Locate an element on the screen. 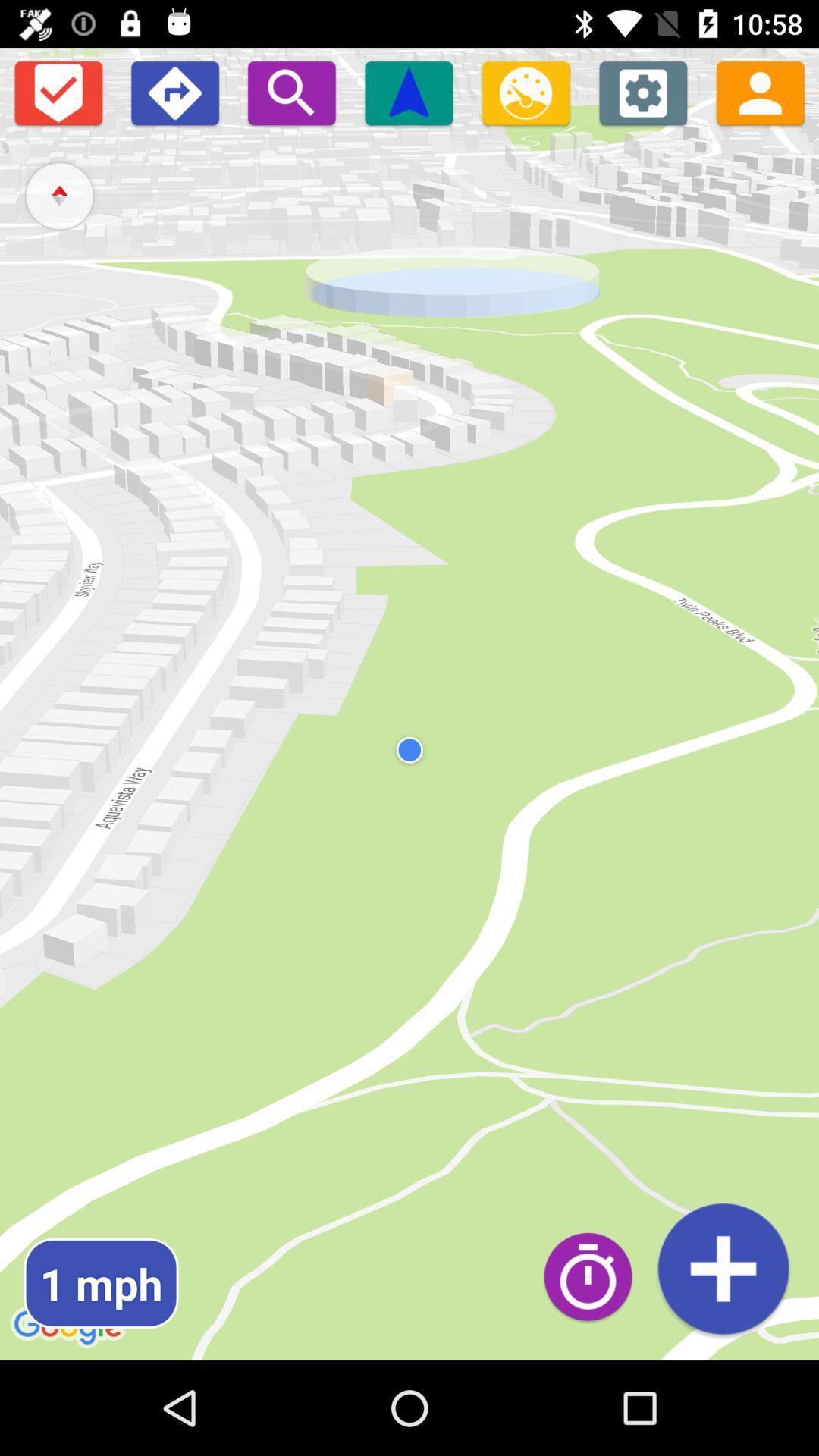 The width and height of the screenshot is (819, 1456). profile is located at coordinates (760, 92).